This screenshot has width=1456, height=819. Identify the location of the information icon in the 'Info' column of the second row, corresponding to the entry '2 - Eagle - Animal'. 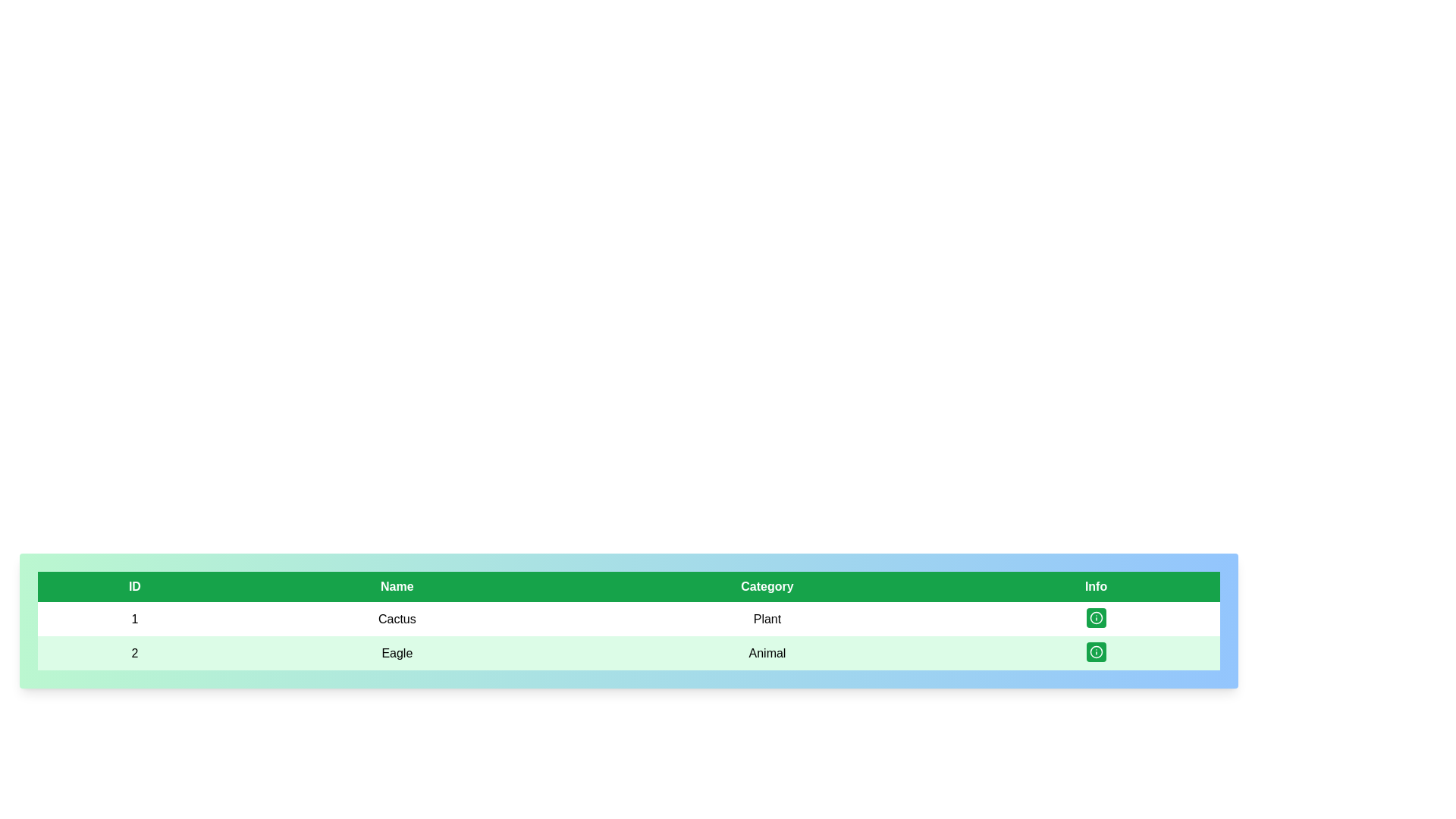
(1096, 651).